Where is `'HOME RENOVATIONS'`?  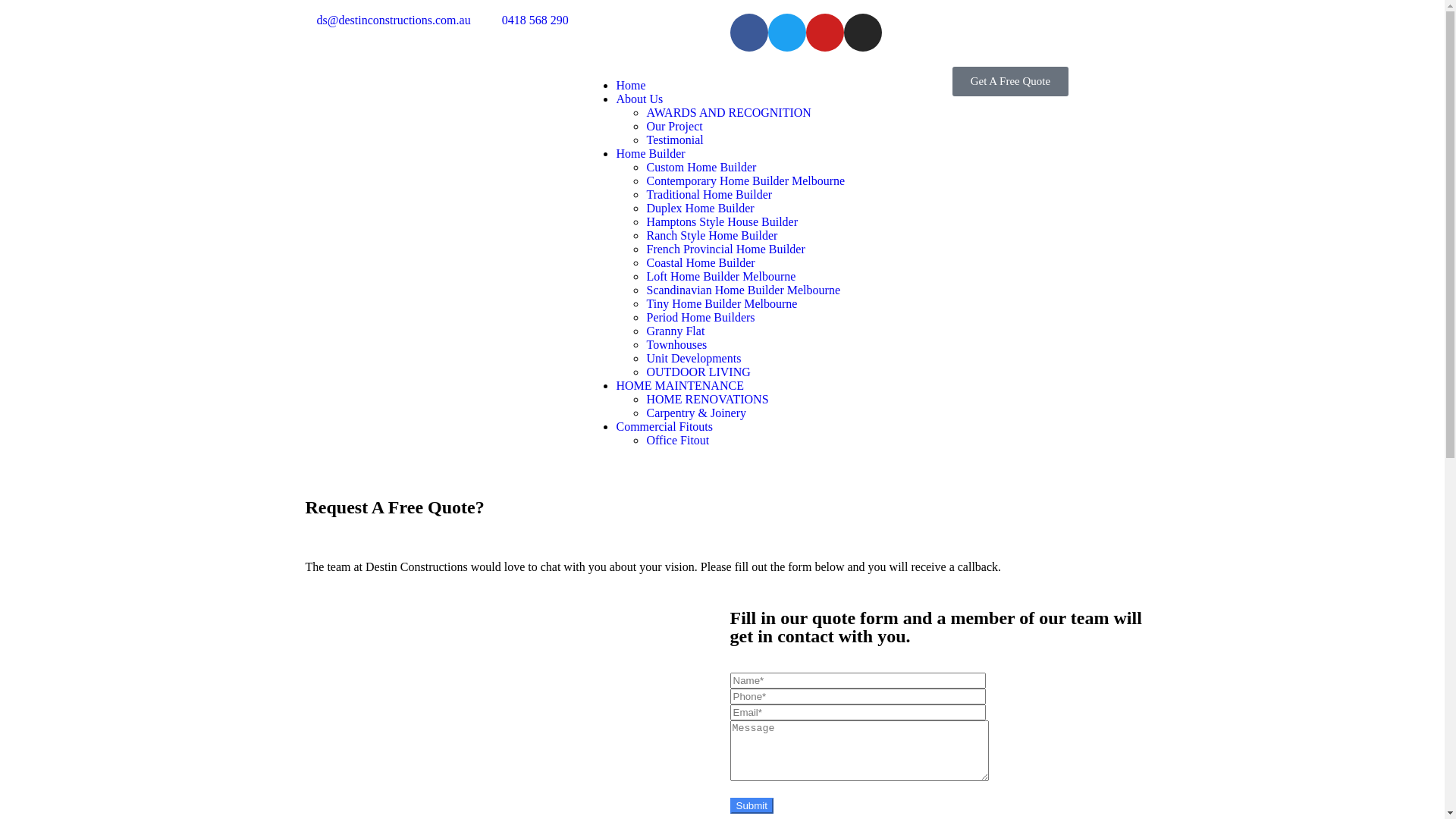
'HOME RENOVATIONS' is located at coordinates (706, 398).